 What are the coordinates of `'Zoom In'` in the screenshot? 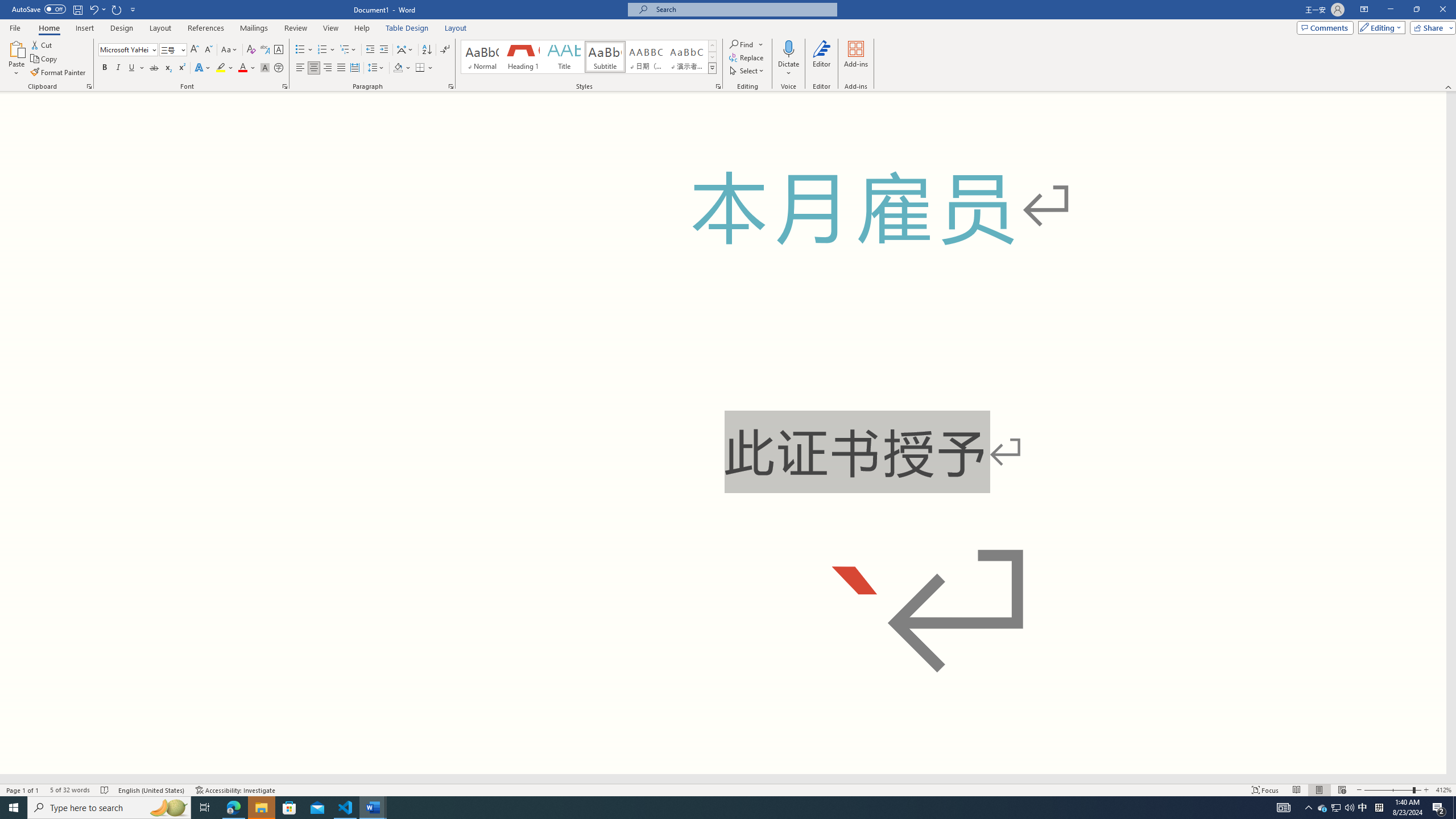 It's located at (1426, 790).